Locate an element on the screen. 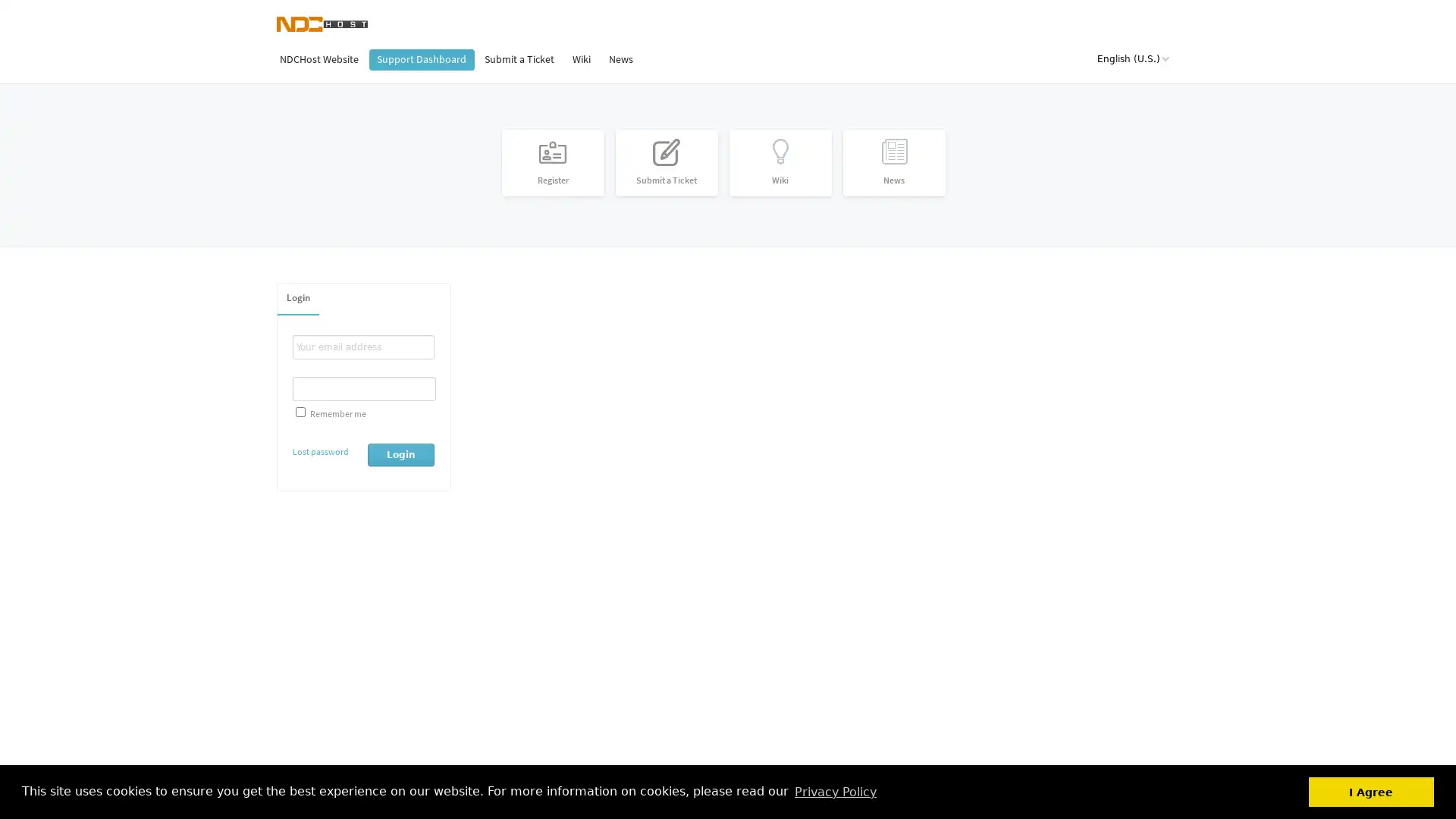 This screenshot has height=819, width=1456. Login is located at coordinates (400, 453).